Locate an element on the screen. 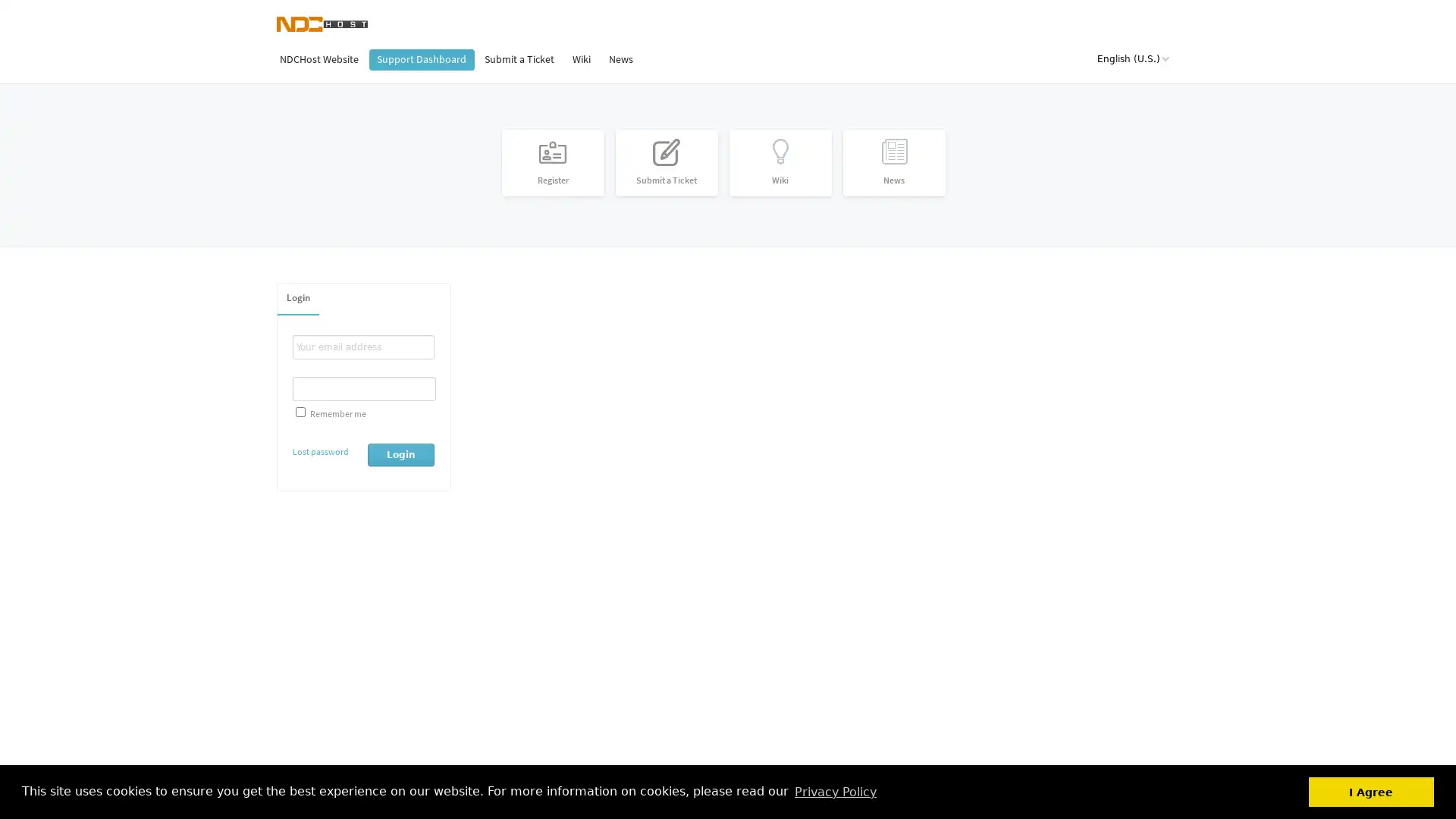 This screenshot has height=819, width=1456. Login is located at coordinates (400, 453).